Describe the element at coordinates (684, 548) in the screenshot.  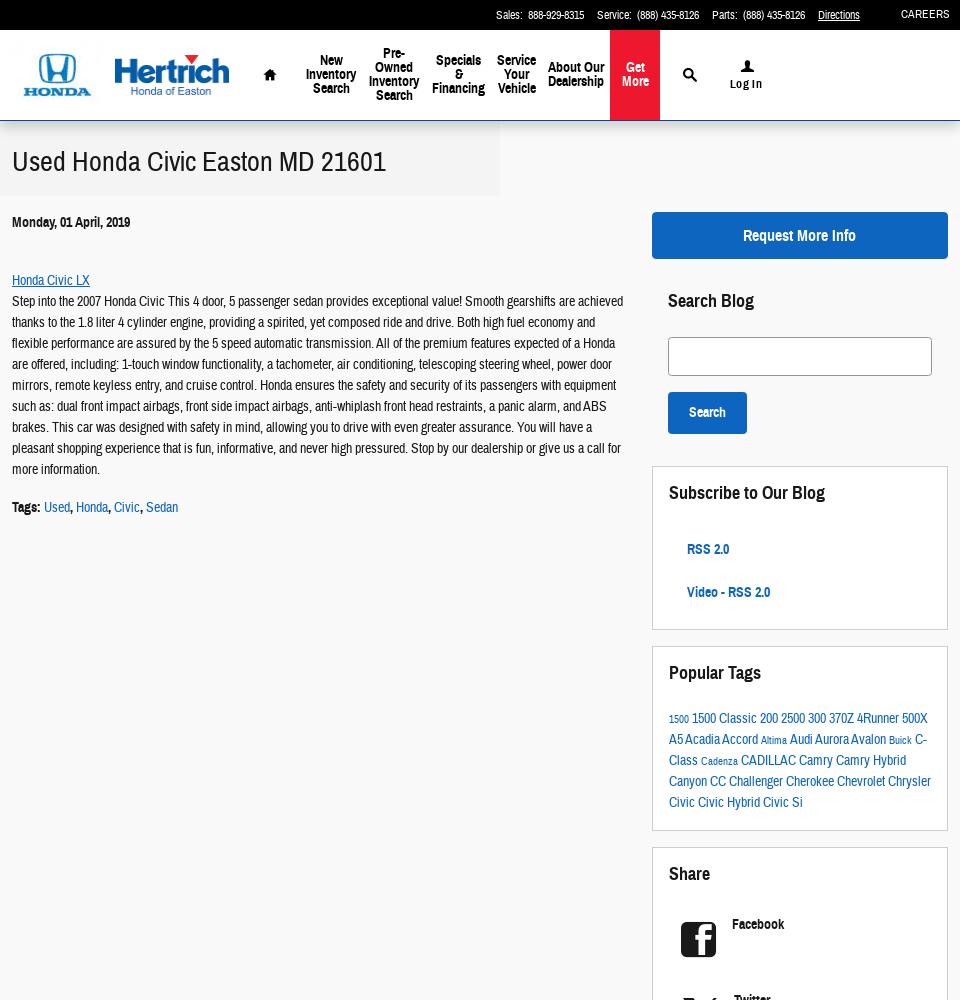
I see `'RSS 2.0'` at that location.